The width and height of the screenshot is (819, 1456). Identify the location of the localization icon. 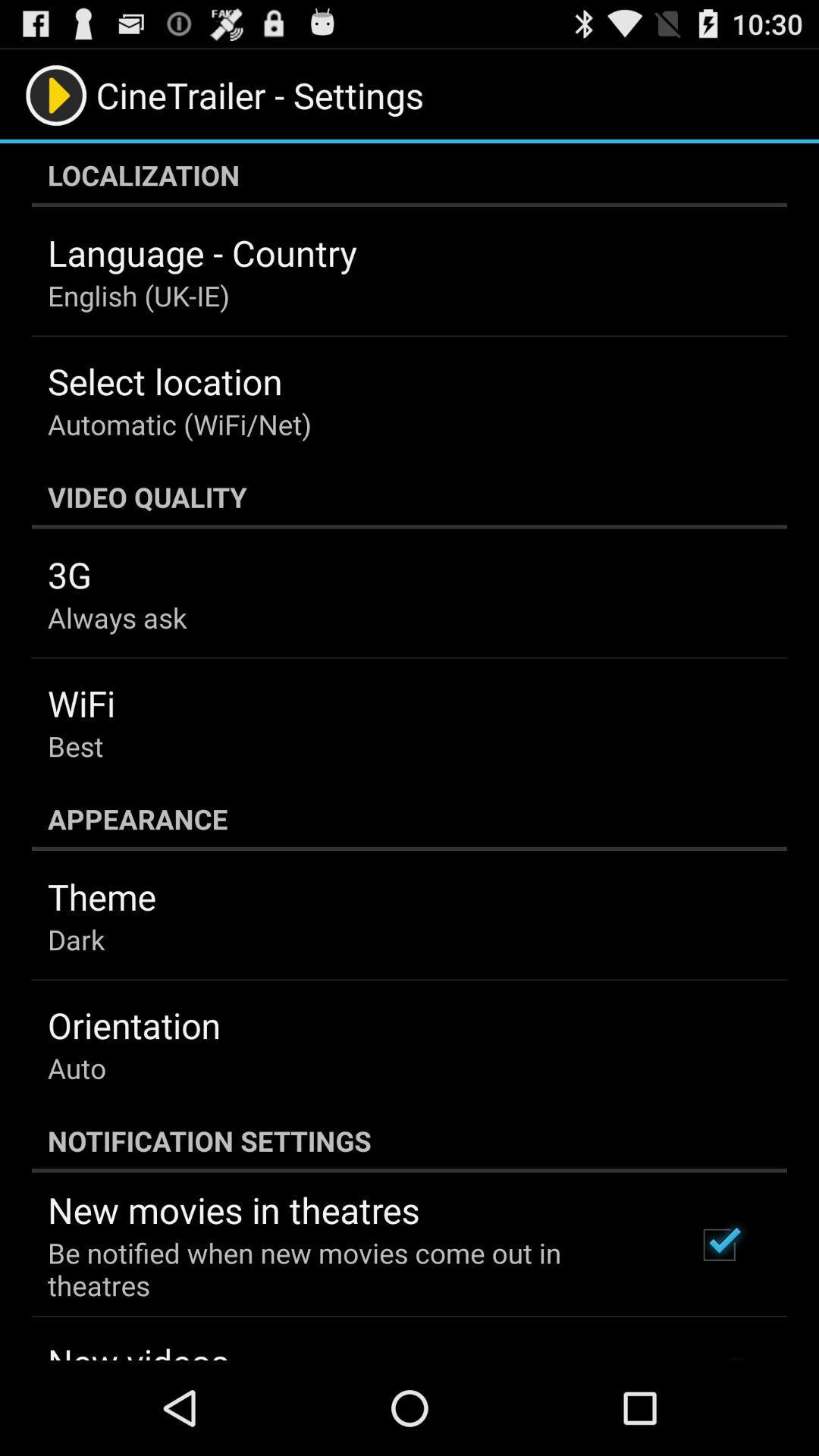
(409, 174).